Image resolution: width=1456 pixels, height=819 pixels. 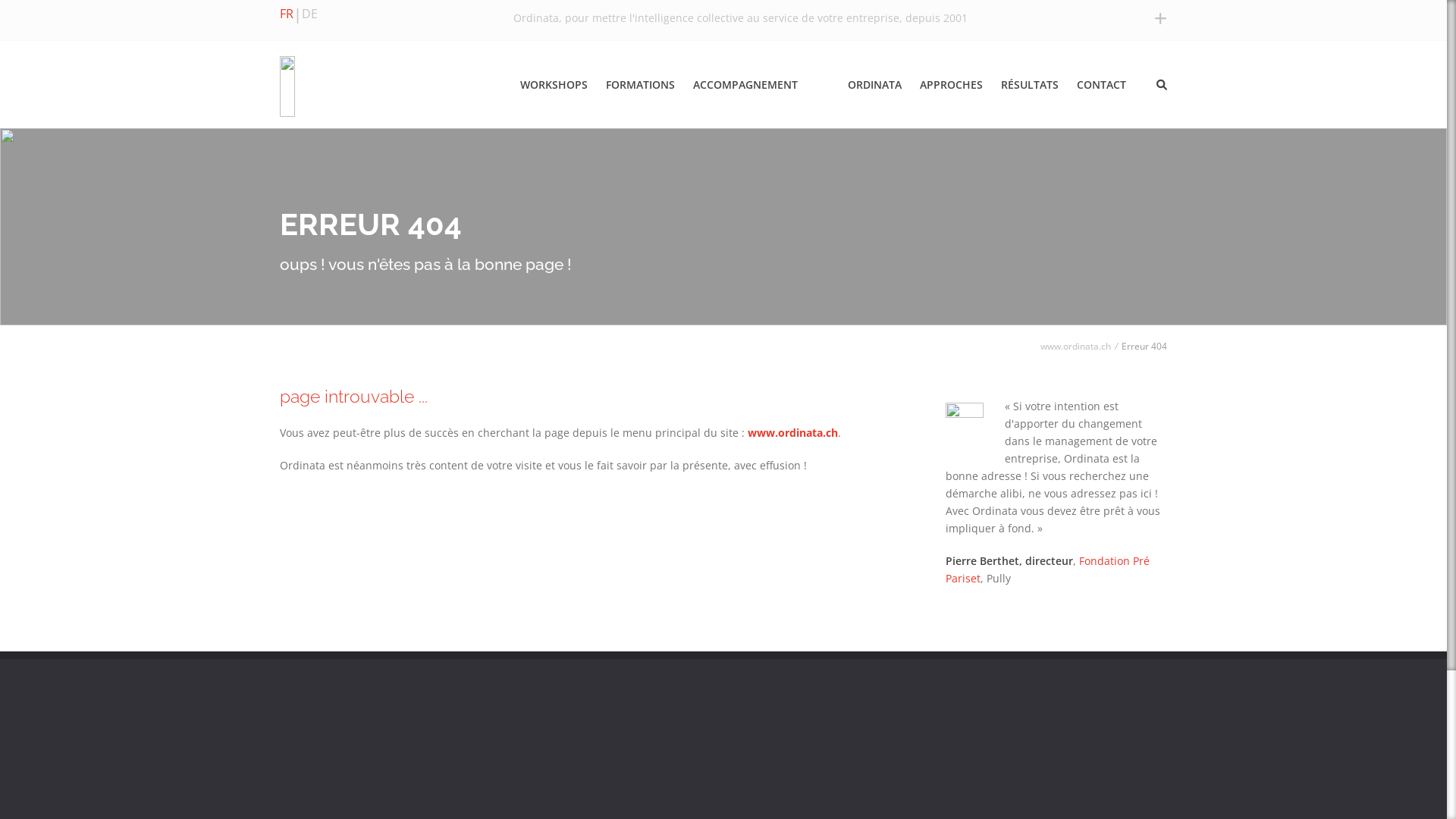 What do you see at coordinates (880, 84) in the screenshot?
I see `'ORDINATA'` at bounding box center [880, 84].